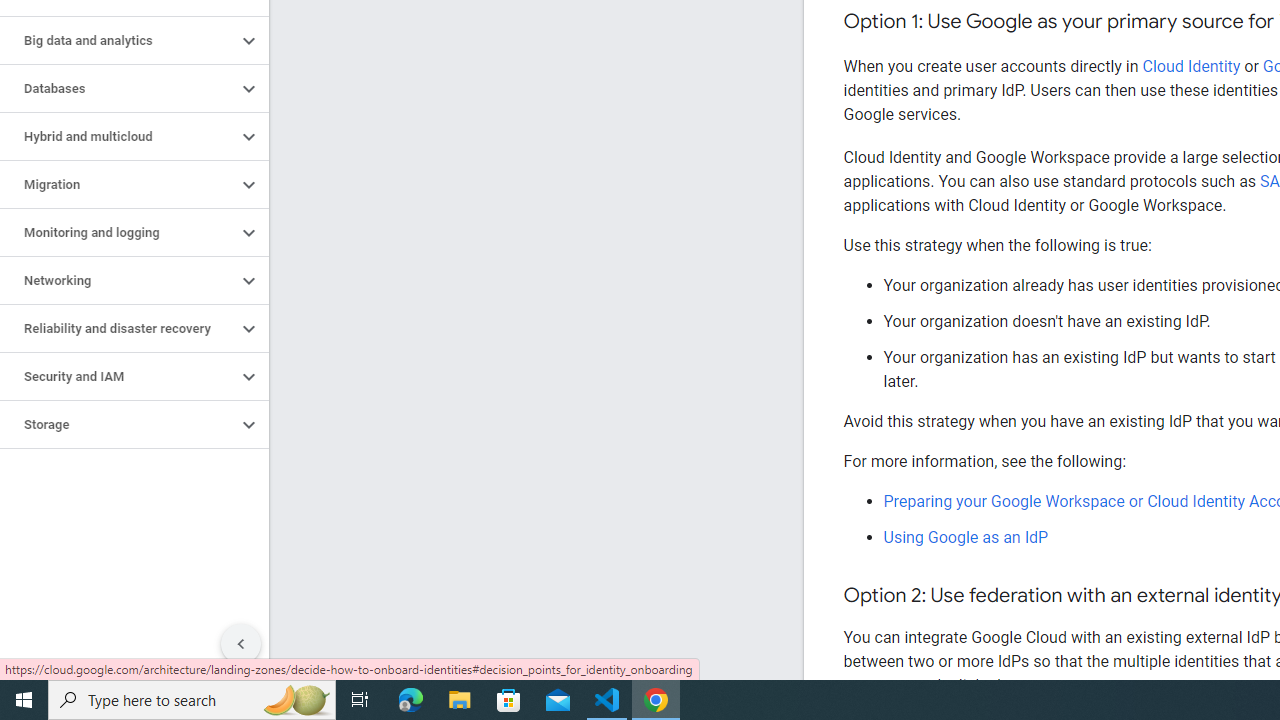 The height and width of the screenshot is (720, 1280). I want to click on 'Monitoring and logging', so click(117, 231).